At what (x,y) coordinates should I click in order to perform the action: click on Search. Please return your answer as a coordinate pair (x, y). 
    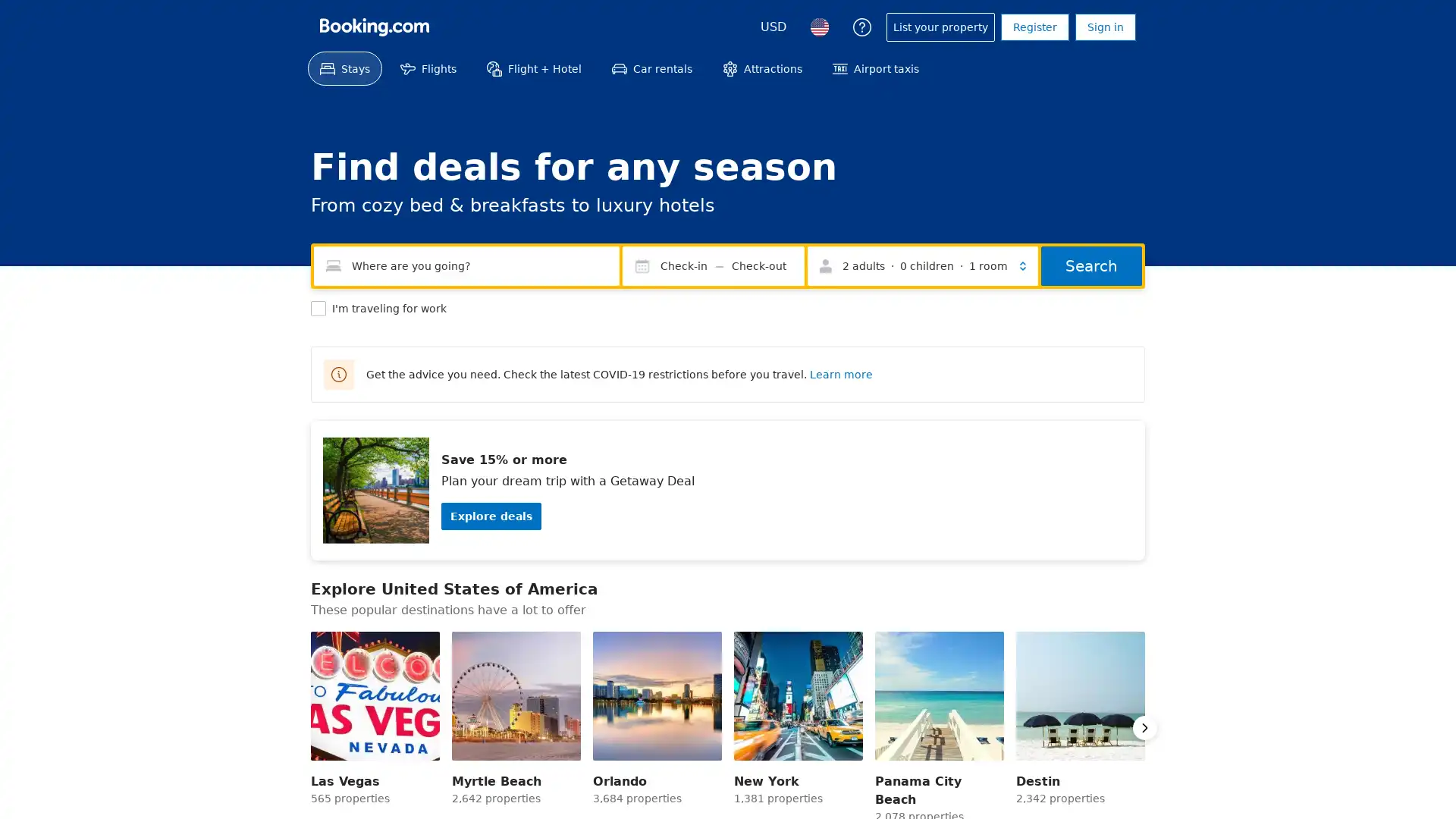
    Looking at the image, I should click on (1090, 265).